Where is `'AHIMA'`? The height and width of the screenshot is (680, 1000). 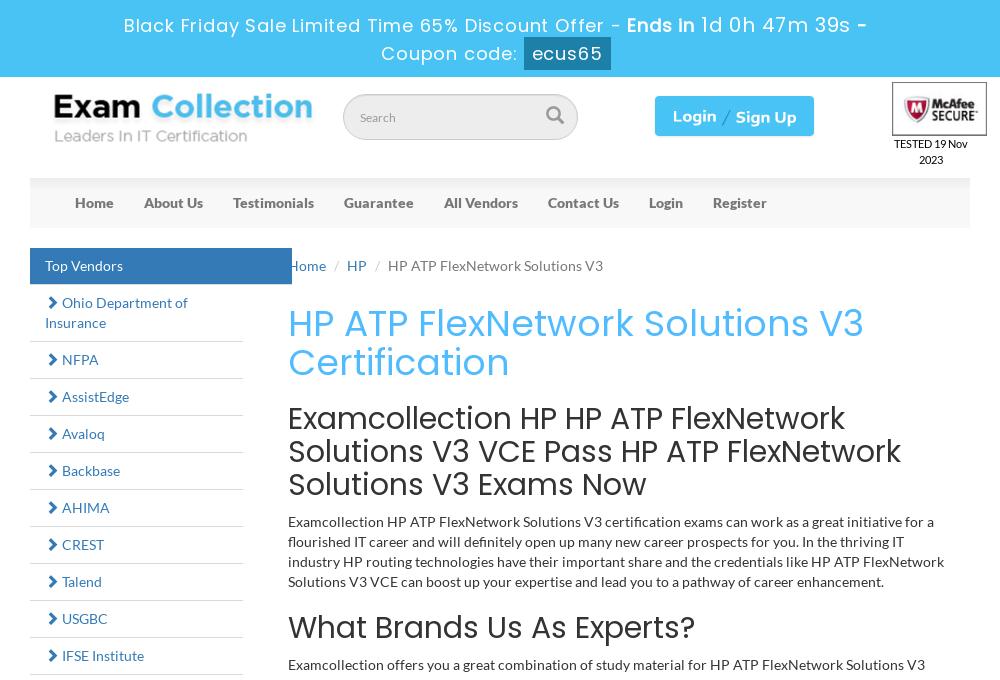 'AHIMA' is located at coordinates (83, 506).